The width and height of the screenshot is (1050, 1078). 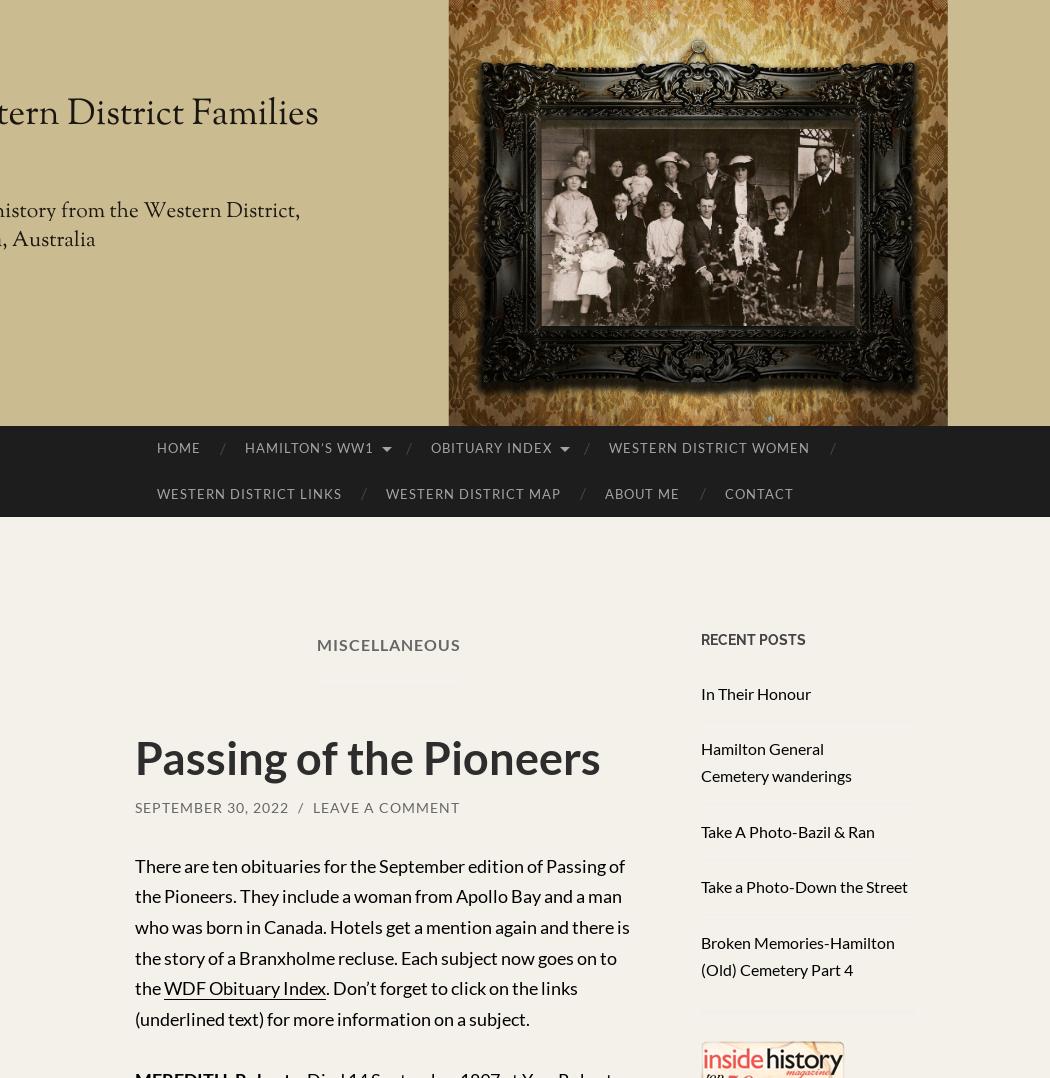 I want to click on 'Take A Photo-Bazil & Ran', so click(x=786, y=830).